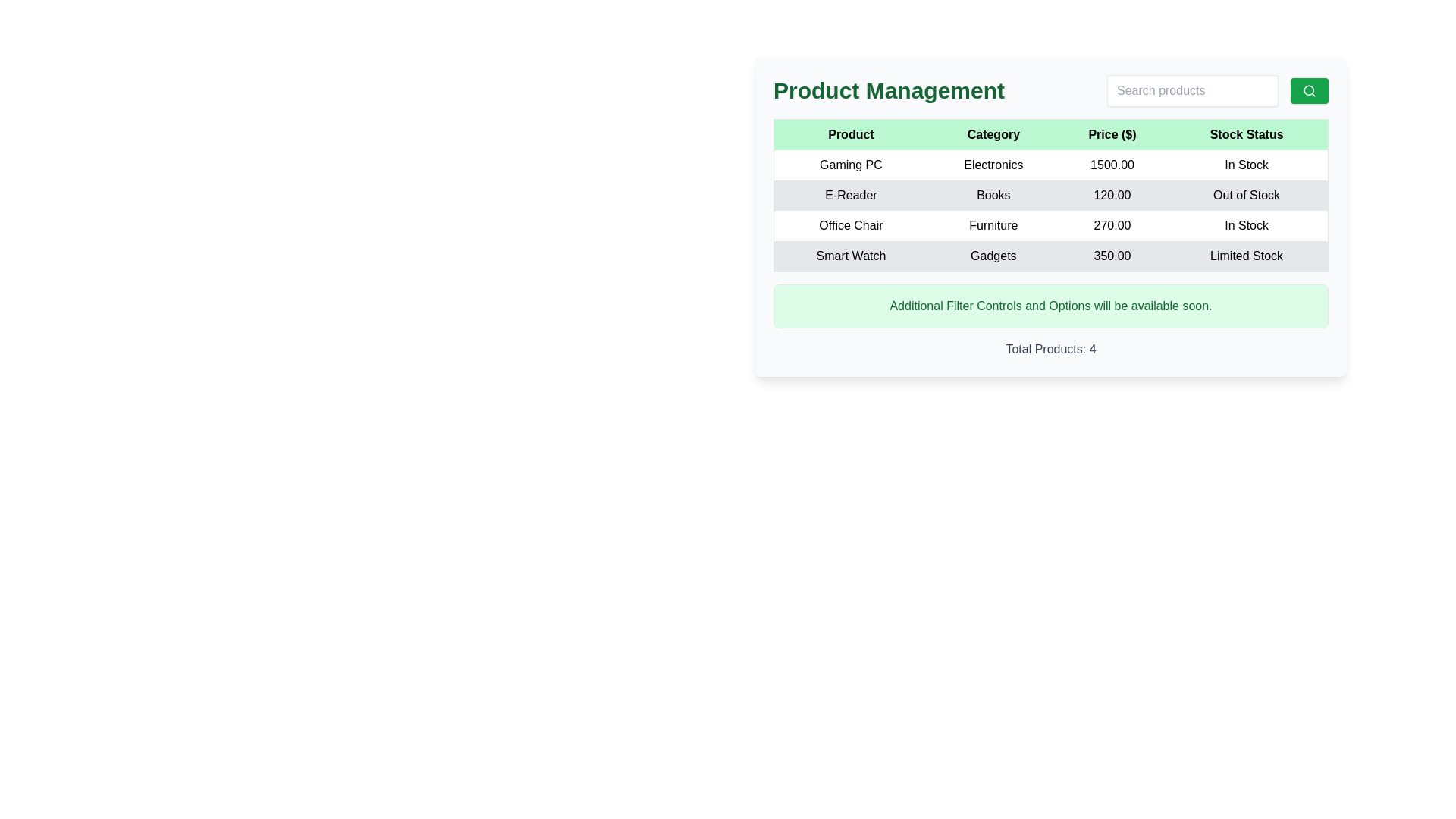 Image resolution: width=1456 pixels, height=819 pixels. What do you see at coordinates (1309, 90) in the screenshot?
I see `the search icon located within the green rectangular button at the top-right corner of the card` at bounding box center [1309, 90].